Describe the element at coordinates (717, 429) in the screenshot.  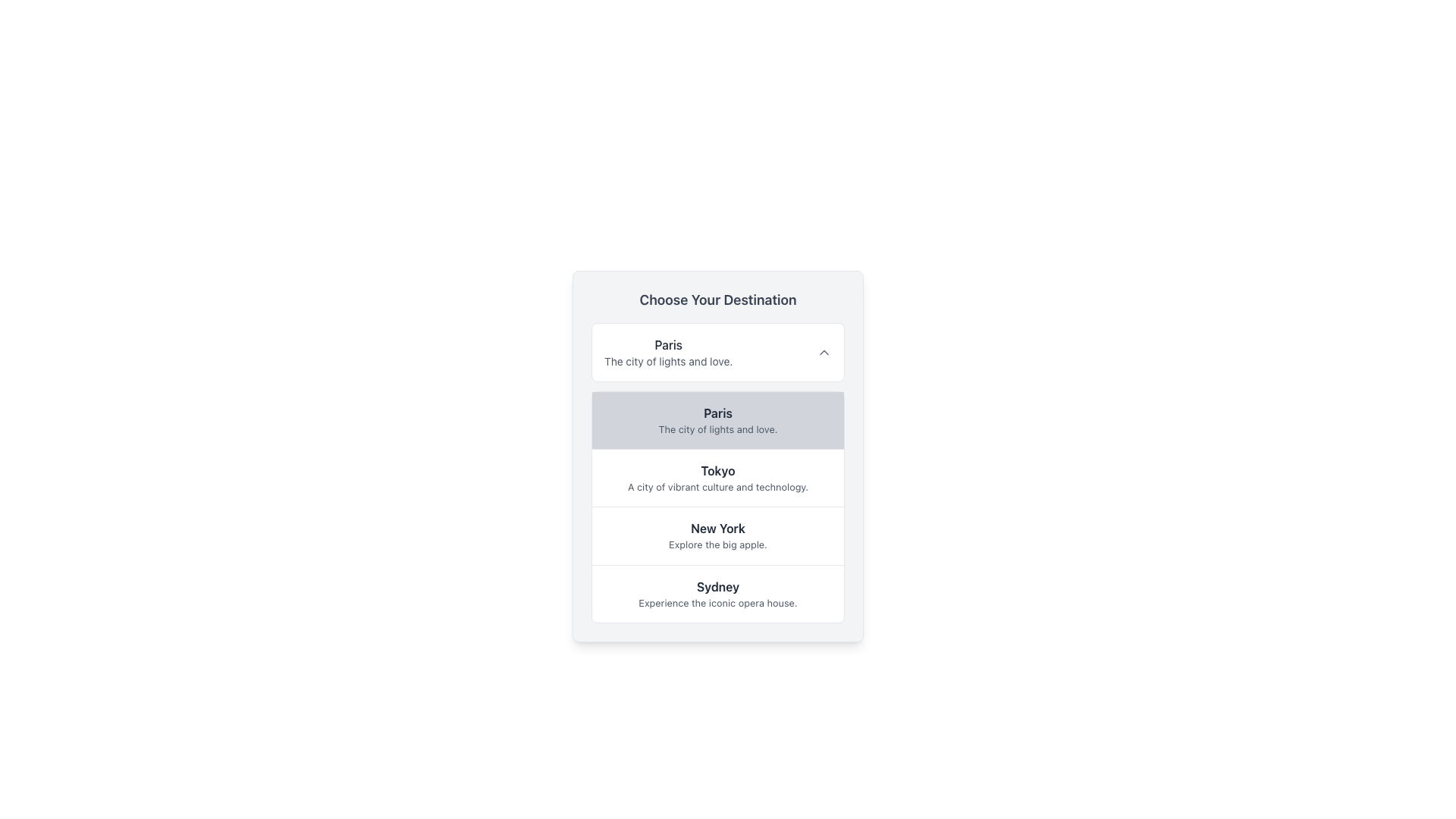
I see `the text label displaying 'The city of lights and love.' which is positioned under the title 'Paris' in the destinations list` at that location.